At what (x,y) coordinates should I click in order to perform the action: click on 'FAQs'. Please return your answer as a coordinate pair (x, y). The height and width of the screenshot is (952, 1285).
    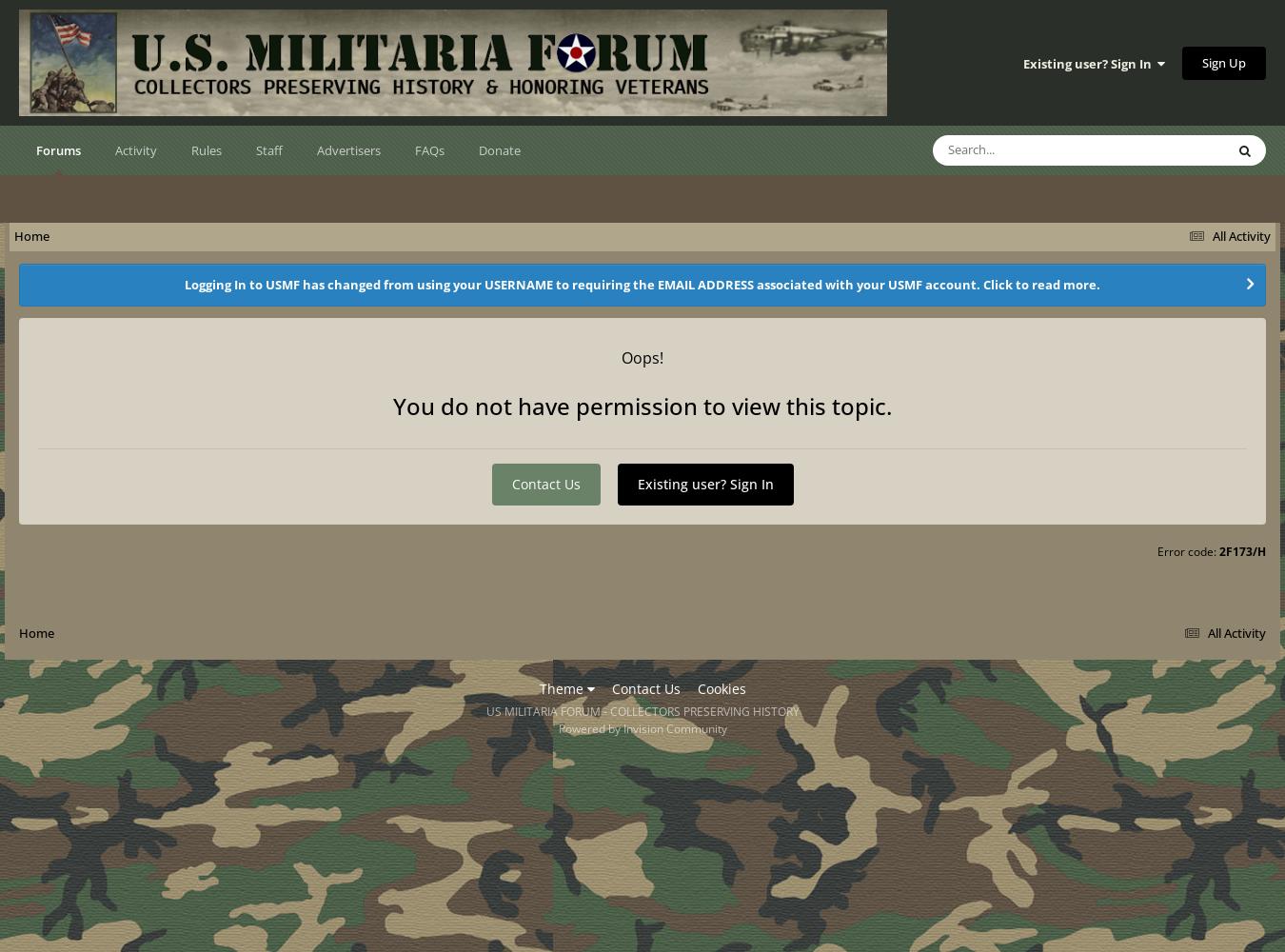
    Looking at the image, I should click on (428, 150).